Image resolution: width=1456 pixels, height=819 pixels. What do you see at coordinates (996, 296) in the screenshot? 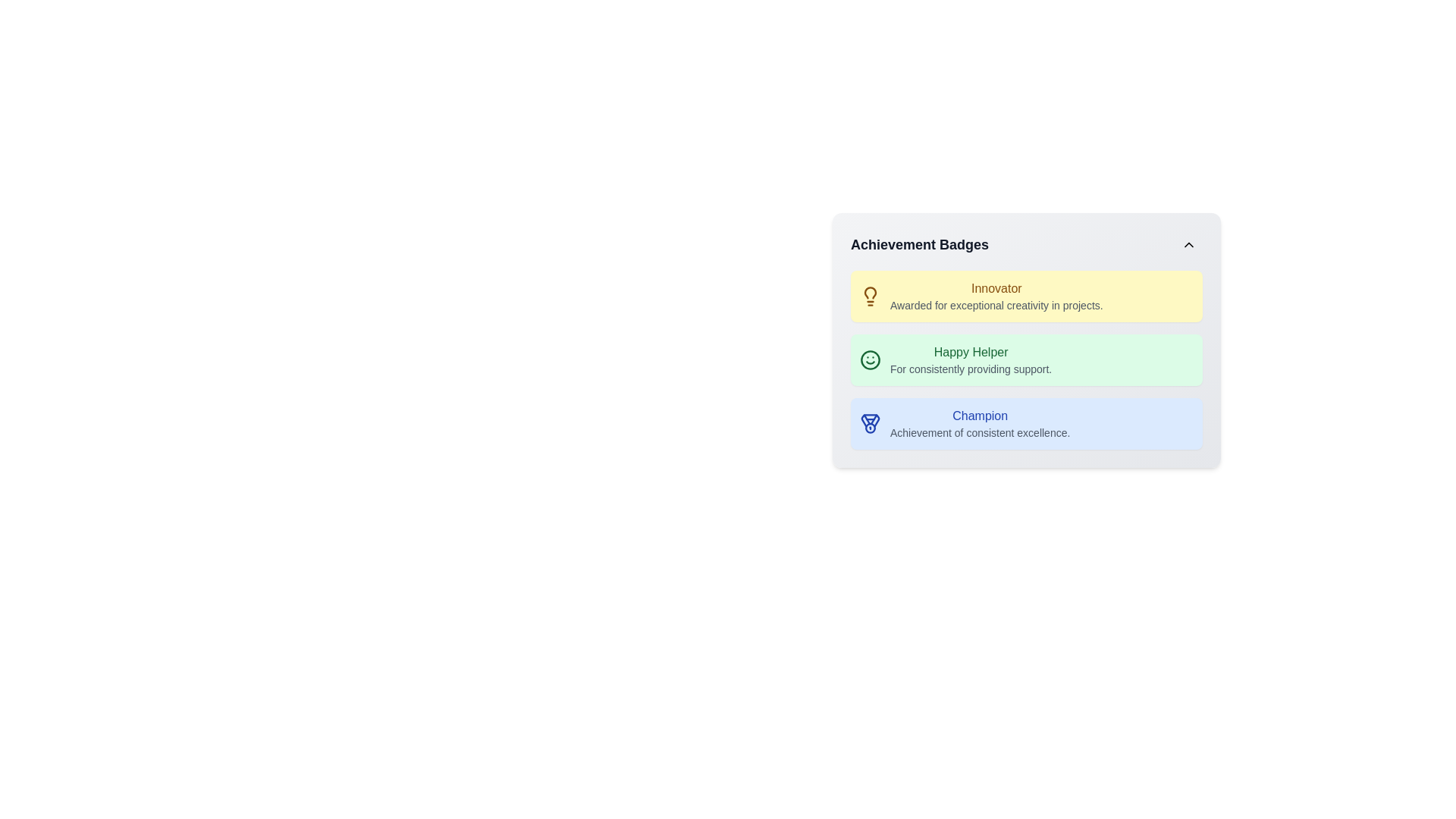
I see `the 'Innovator' badge description text block located at the top of the 'Achievement Badges' section, which provides recognition for creativity` at bounding box center [996, 296].